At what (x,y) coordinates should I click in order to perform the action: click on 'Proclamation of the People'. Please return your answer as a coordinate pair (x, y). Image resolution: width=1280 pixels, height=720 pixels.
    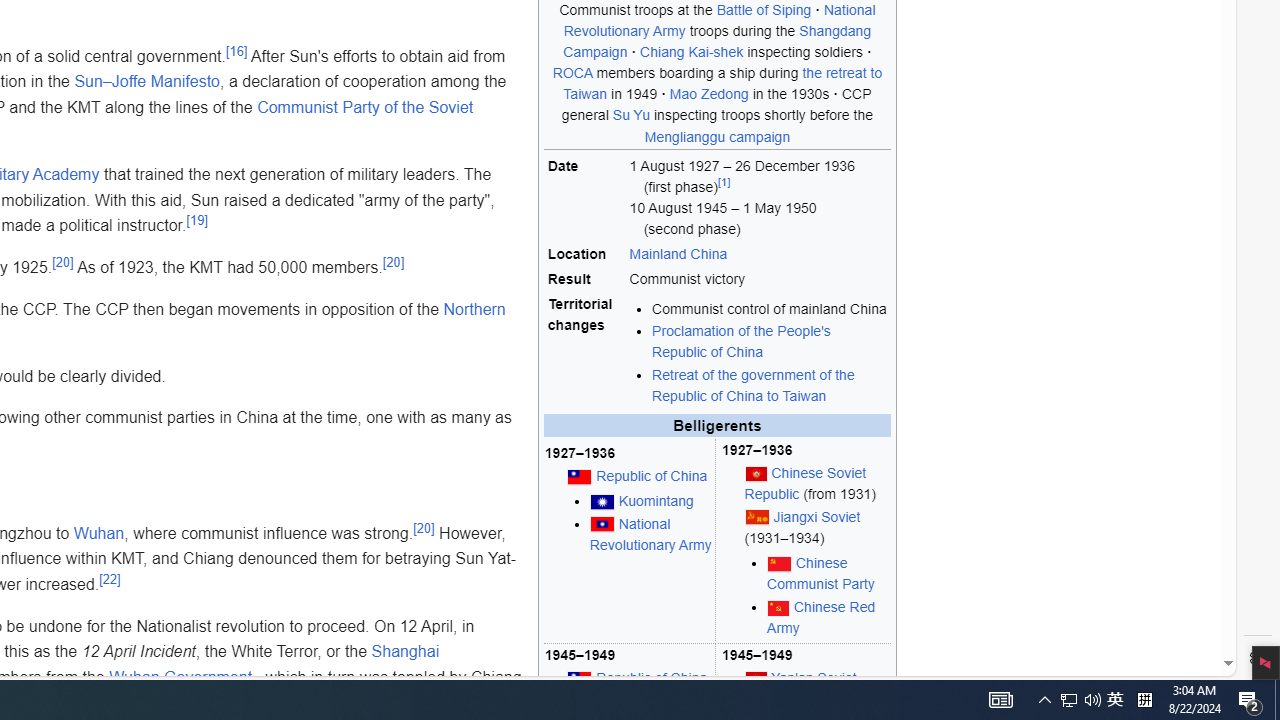
    Looking at the image, I should click on (740, 341).